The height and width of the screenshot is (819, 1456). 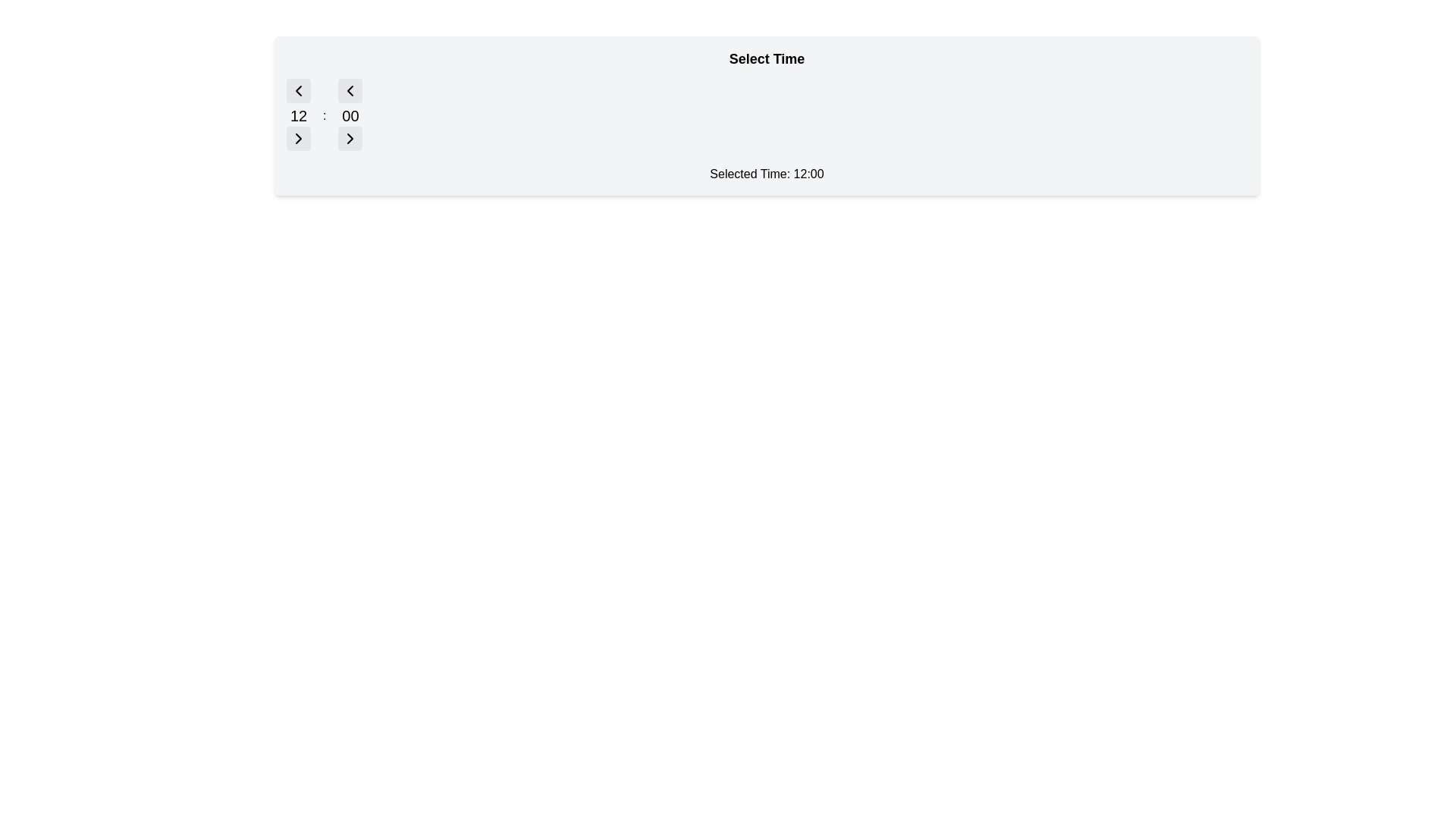 I want to click on the decrement icon in the second button from the left in the time-selection component to decrease the minute value, so click(x=350, y=90).